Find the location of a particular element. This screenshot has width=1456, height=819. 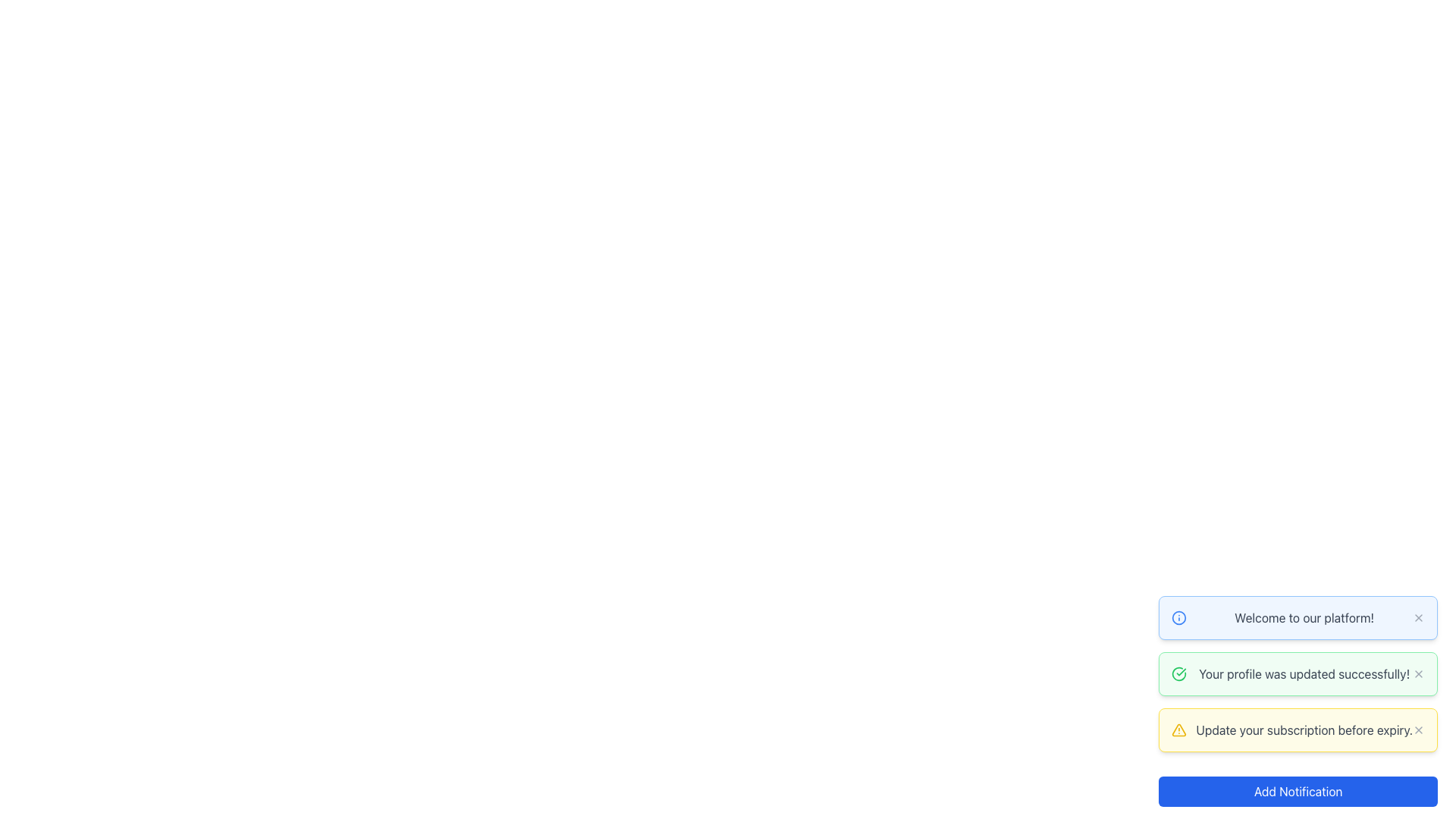

the yellow triangular warning icon with a hollow center, which is located to the left of the notification text 'Update your subscription before expiry.' is located at coordinates (1178, 730).